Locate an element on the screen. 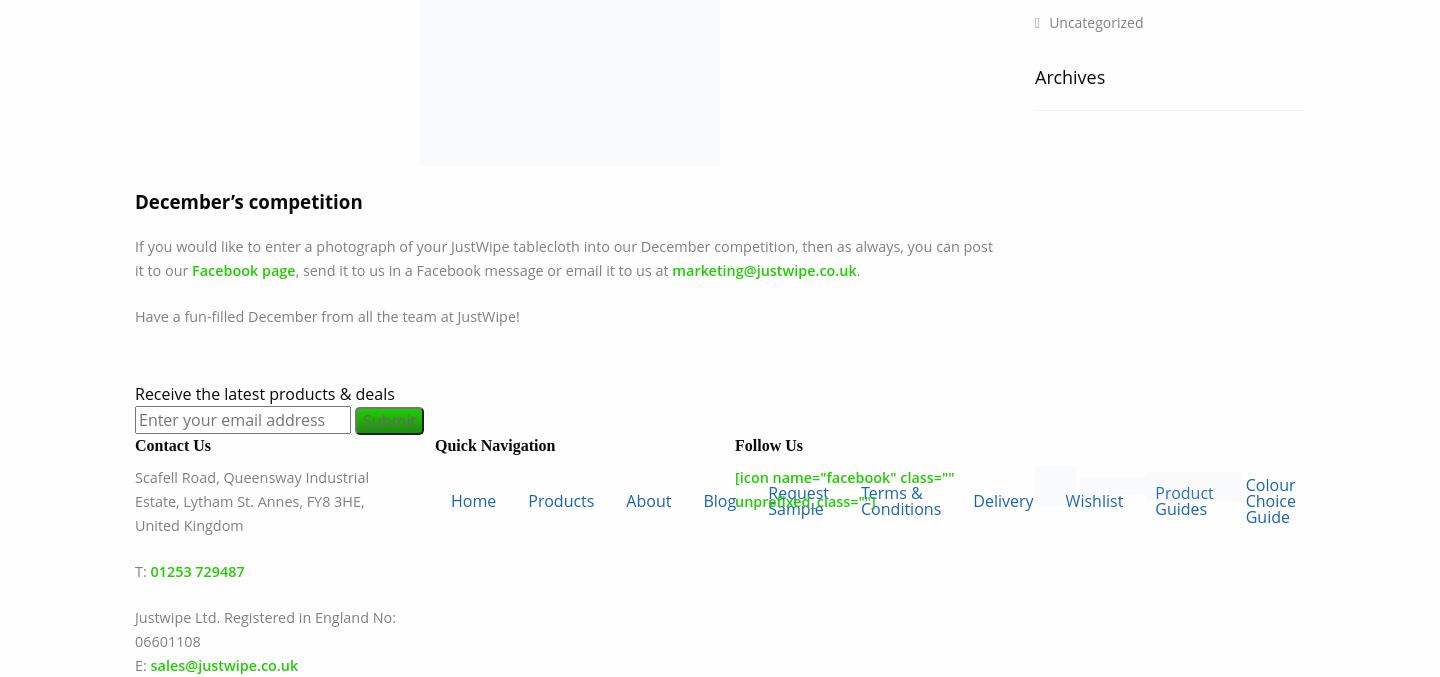  'Facebook page' is located at coordinates (191, 269).